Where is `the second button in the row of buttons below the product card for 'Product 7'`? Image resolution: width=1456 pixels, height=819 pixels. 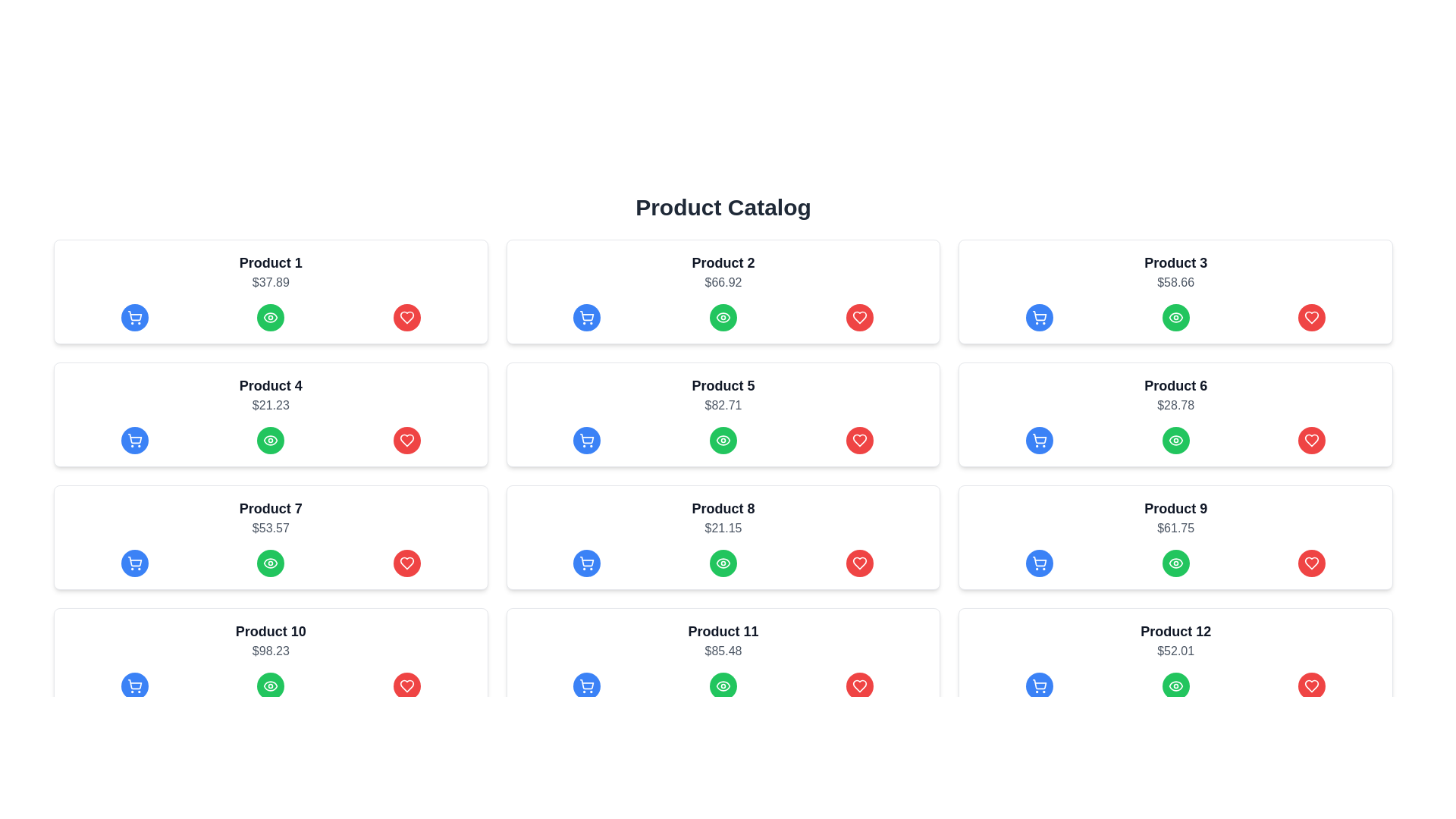
the second button in the row of buttons below the product card for 'Product 7' is located at coordinates (271, 563).